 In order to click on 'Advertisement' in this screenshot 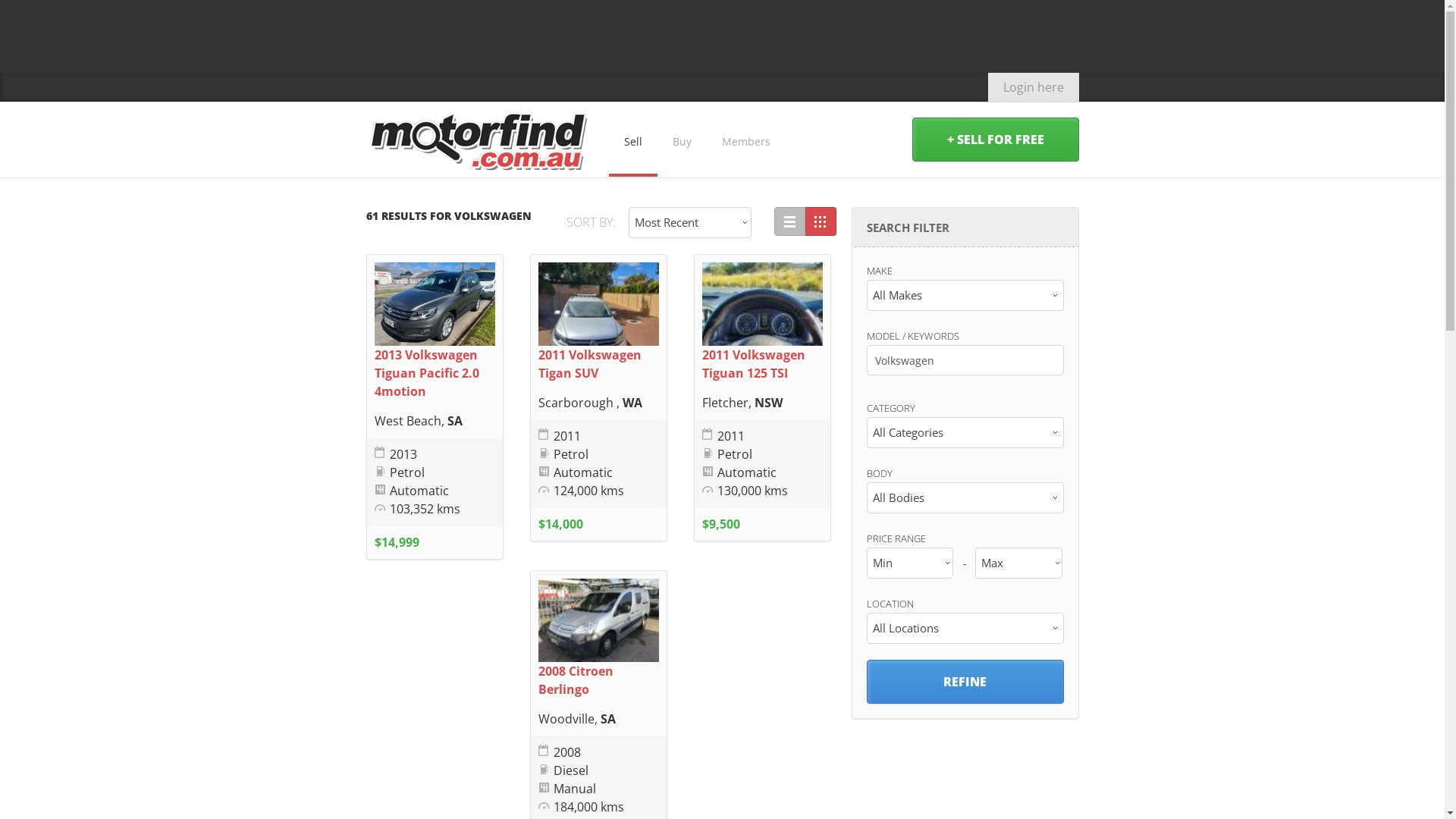, I will do `click(720, 34)`.